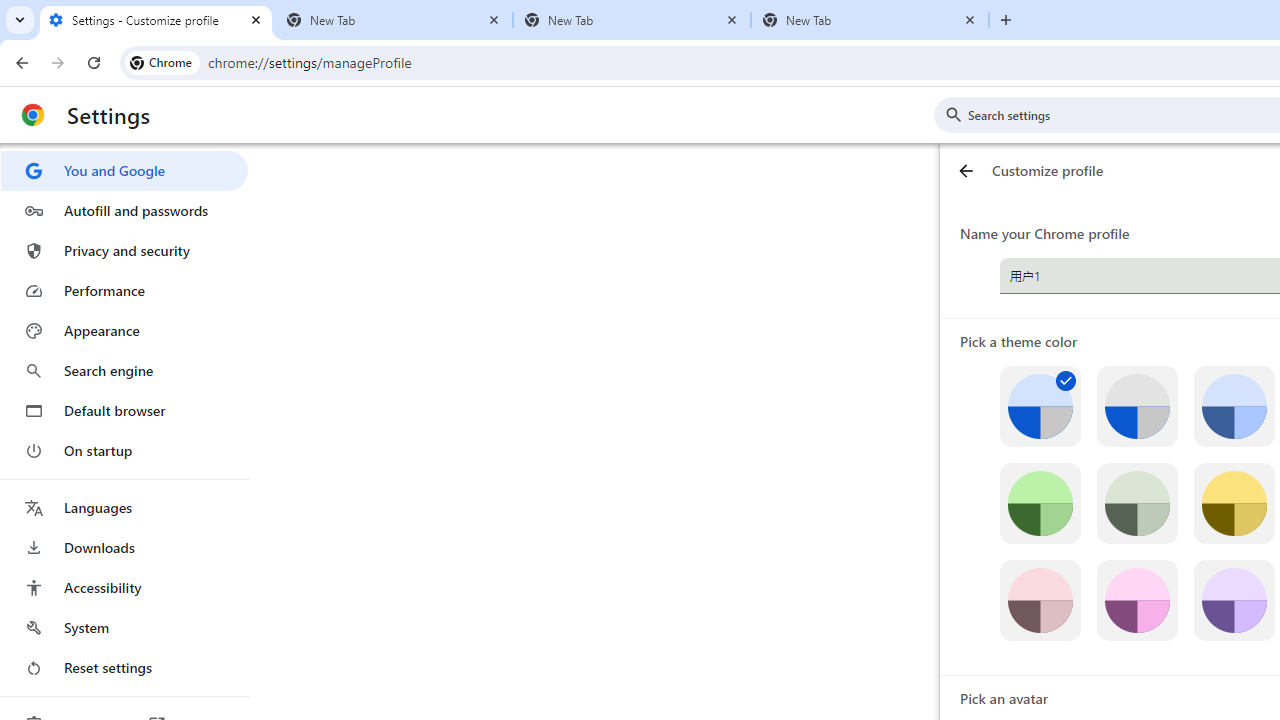 This screenshot has height=720, width=1280. What do you see at coordinates (123, 249) in the screenshot?
I see `'Privacy and security'` at bounding box center [123, 249].